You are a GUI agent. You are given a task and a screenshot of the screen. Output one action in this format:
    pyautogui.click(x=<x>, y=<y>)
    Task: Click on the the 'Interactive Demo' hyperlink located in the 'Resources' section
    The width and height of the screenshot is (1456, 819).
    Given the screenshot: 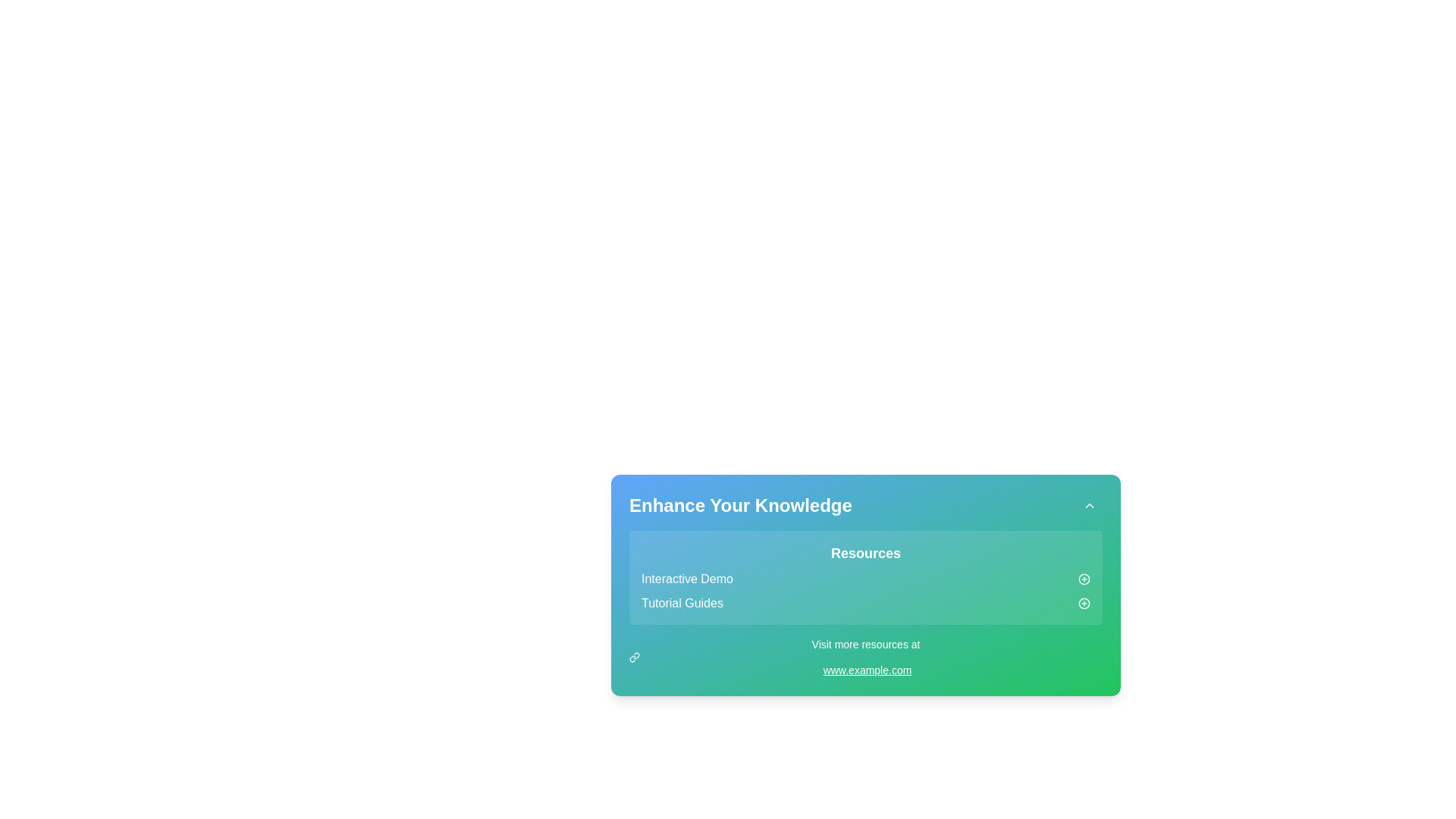 What is the action you would take?
    pyautogui.click(x=686, y=579)
    